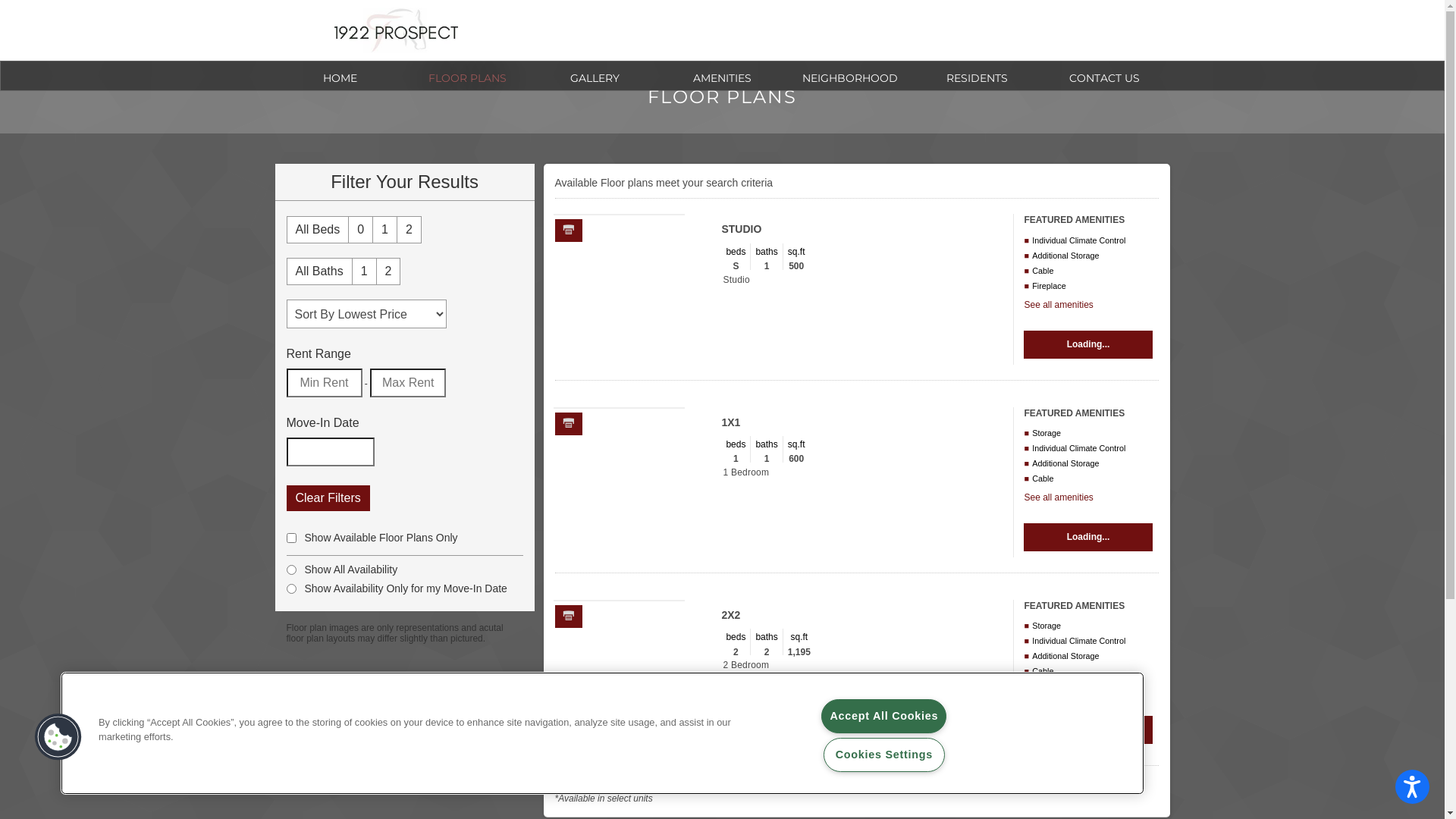 This screenshot has height=819, width=1456. What do you see at coordinates (976, 76) in the screenshot?
I see `'RESIDENTS'` at bounding box center [976, 76].